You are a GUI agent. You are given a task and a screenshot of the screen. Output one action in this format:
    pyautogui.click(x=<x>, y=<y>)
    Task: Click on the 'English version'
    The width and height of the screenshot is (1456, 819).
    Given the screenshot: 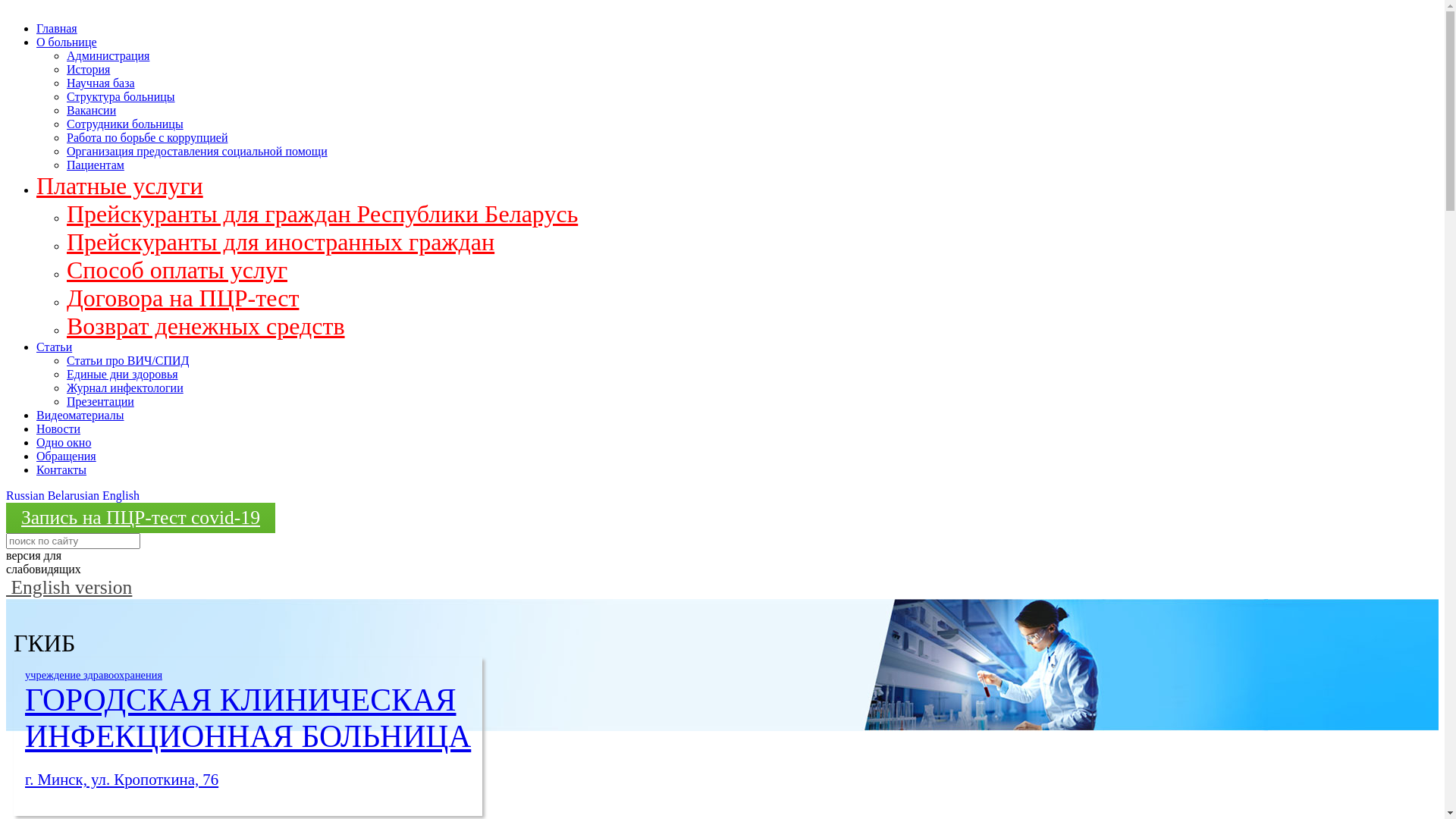 What is the action you would take?
    pyautogui.click(x=68, y=586)
    